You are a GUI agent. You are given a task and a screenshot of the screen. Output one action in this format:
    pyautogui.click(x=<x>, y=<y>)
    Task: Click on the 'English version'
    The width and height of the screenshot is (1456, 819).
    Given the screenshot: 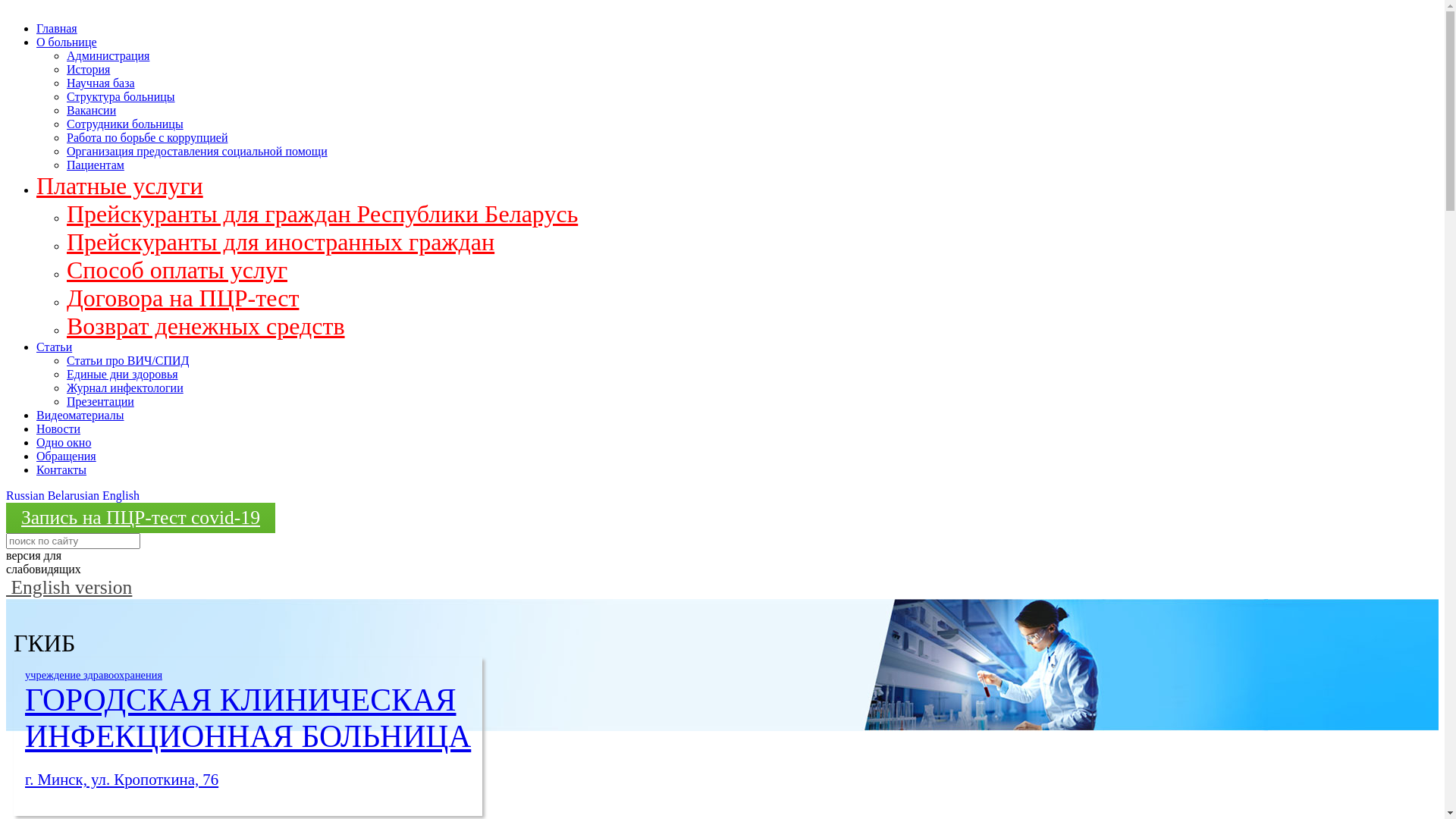 What is the action you would take?
    pyautogui.click(x=68, y=586)
    